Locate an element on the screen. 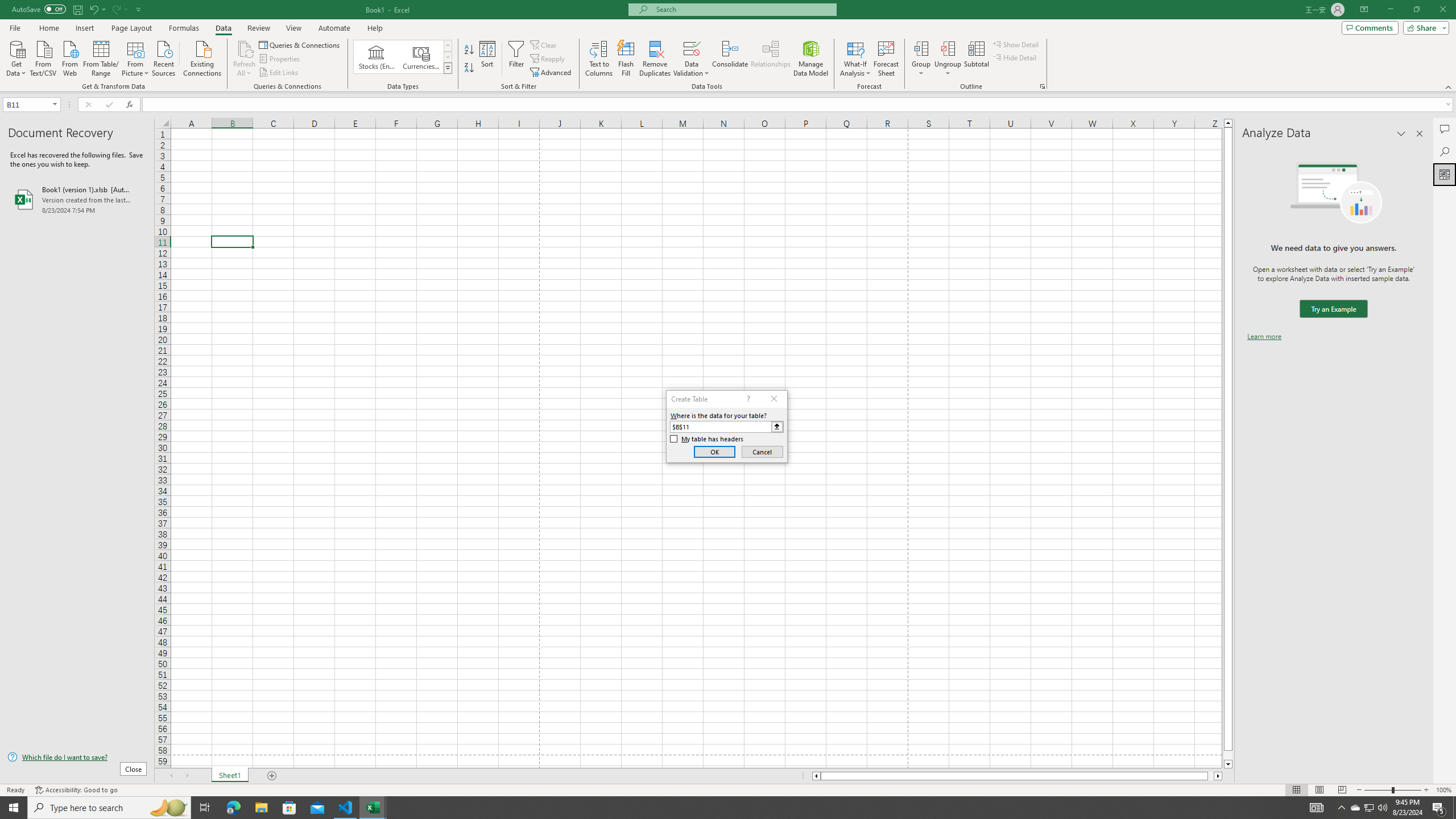 This screenshot has width=1456, height=819. 'Task Pane Options' is located at coordinates (1401, 133).